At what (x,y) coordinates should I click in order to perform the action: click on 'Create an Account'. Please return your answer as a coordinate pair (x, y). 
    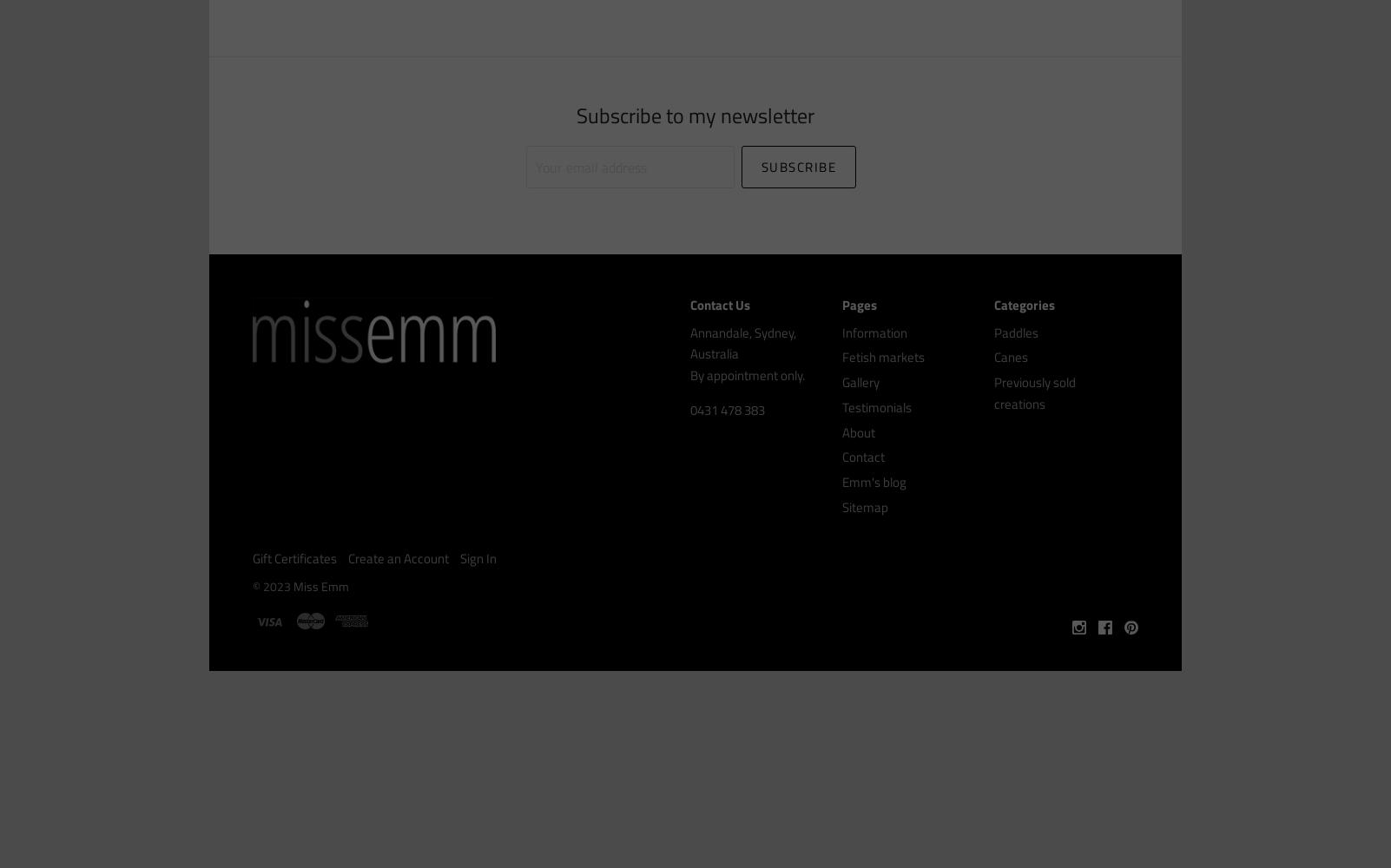
    Looking at the image, I should click on (398, 557).